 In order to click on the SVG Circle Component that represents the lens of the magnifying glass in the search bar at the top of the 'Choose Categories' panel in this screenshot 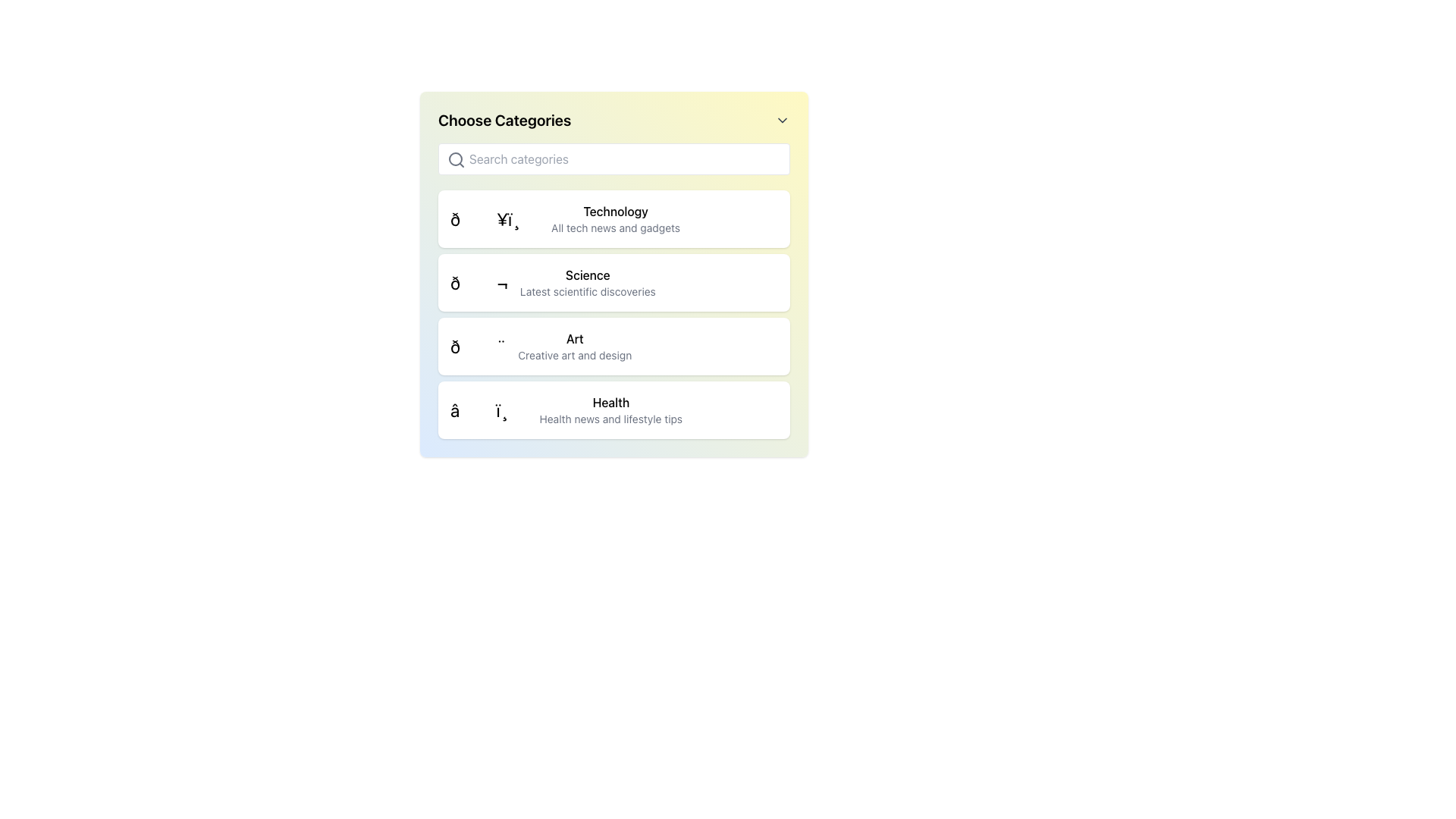, I will do `click(454, 158)`.